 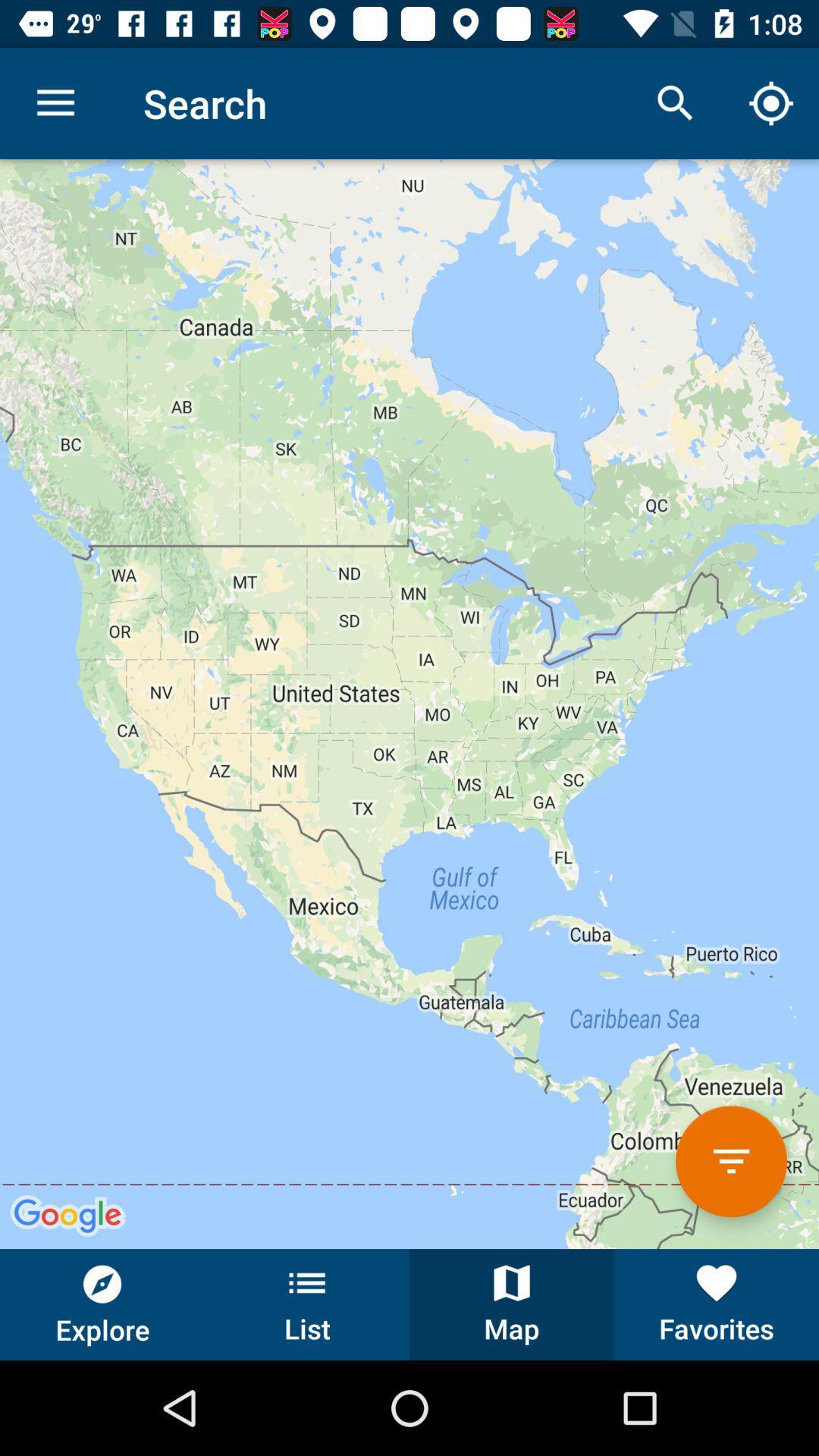 I want to click on list filtered data, so click(x=730, y=1160).